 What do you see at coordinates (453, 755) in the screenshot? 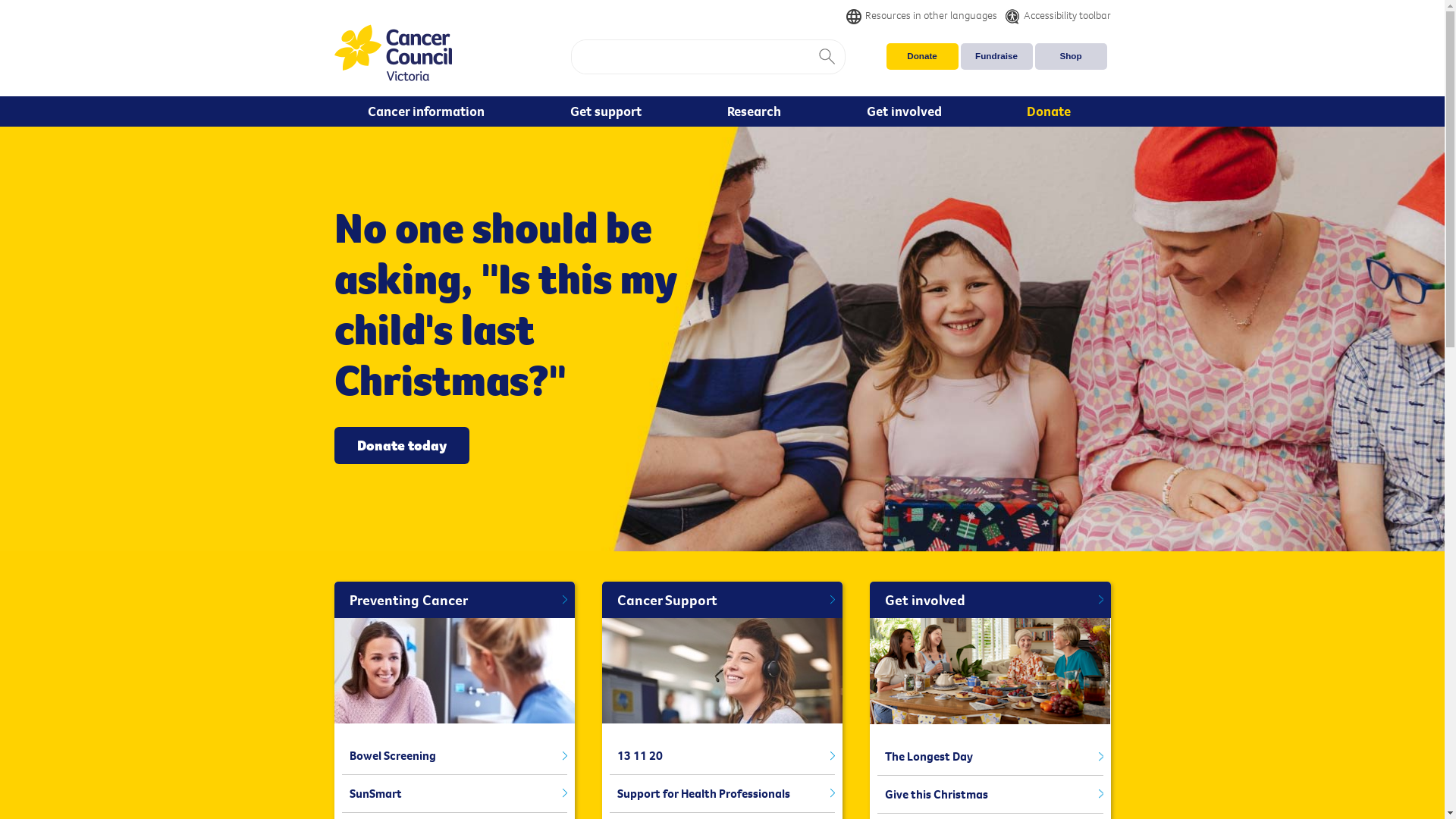
I see `'Bowel Screening'` at bounding box center [453, 755].